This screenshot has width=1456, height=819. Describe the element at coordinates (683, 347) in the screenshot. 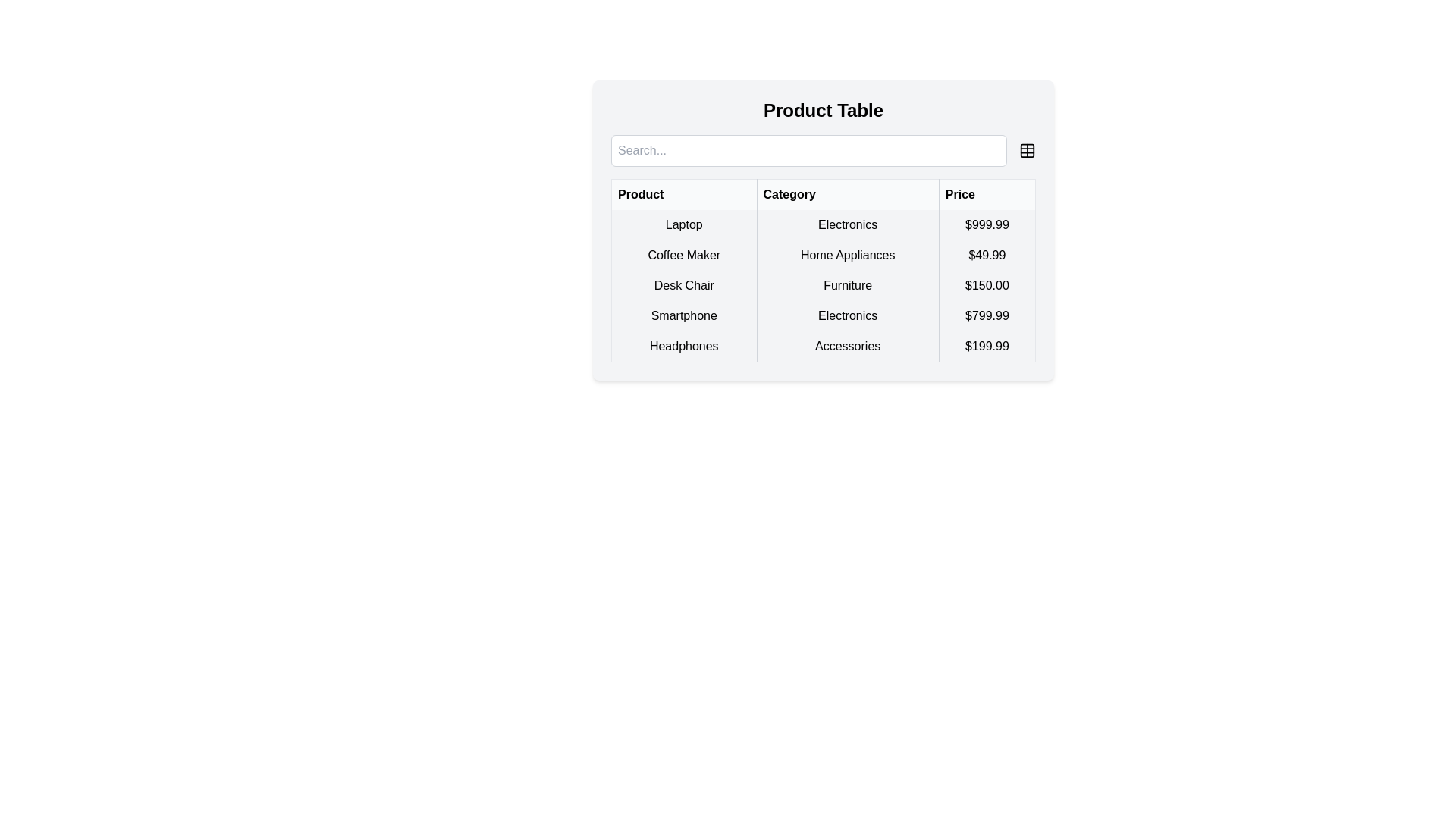

I see `the 'Headphones' text label in the last row, first column of the Product Table, which is styled with centered alignment and bordered on the right with a gray line` at that location.